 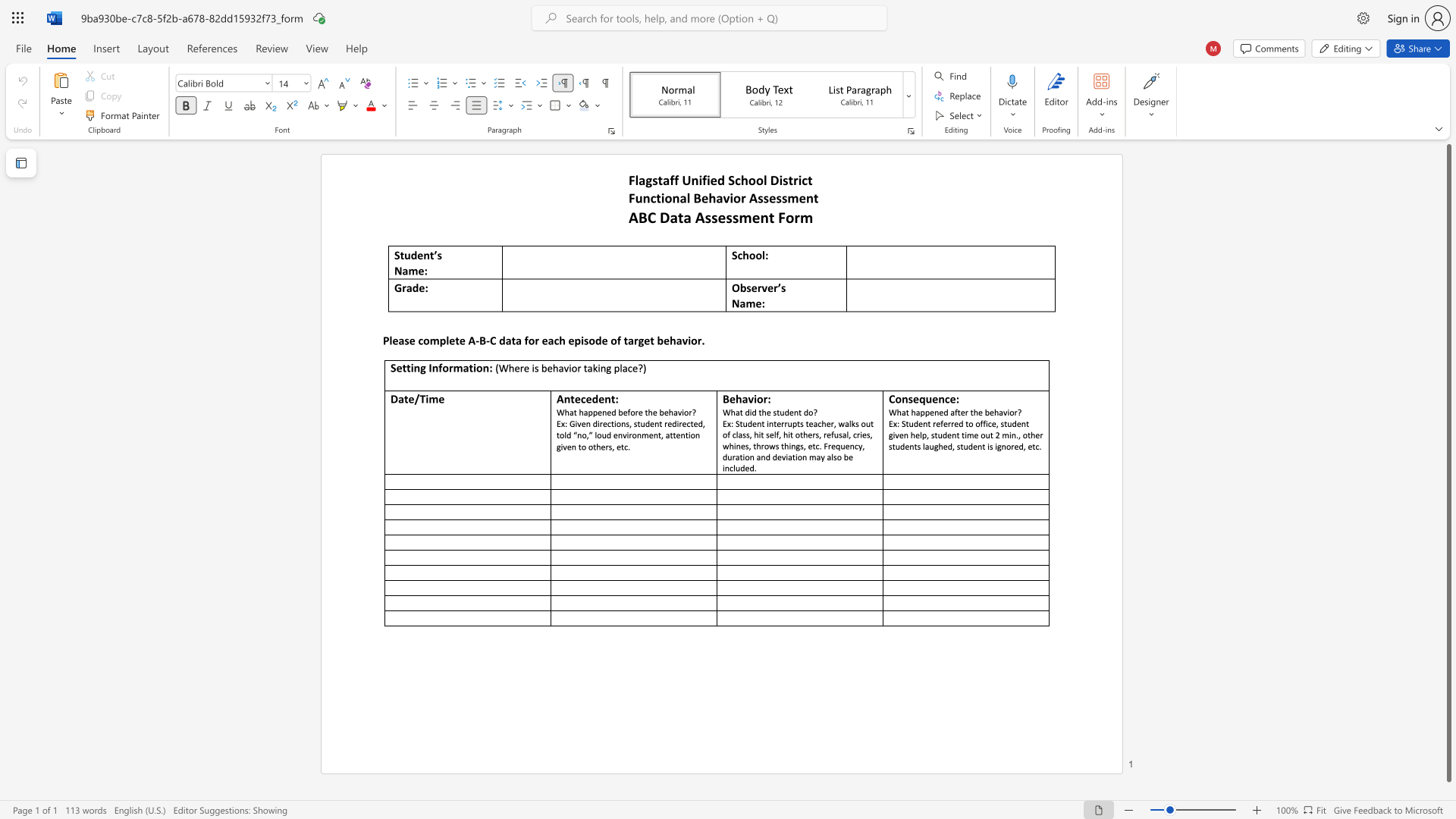 What do you see at coordinates (576, 368) in the screenshot?
I see `the subset text "r ta" within the text "(Where is behavior taking place?)"` at bounding box center [576, 368].